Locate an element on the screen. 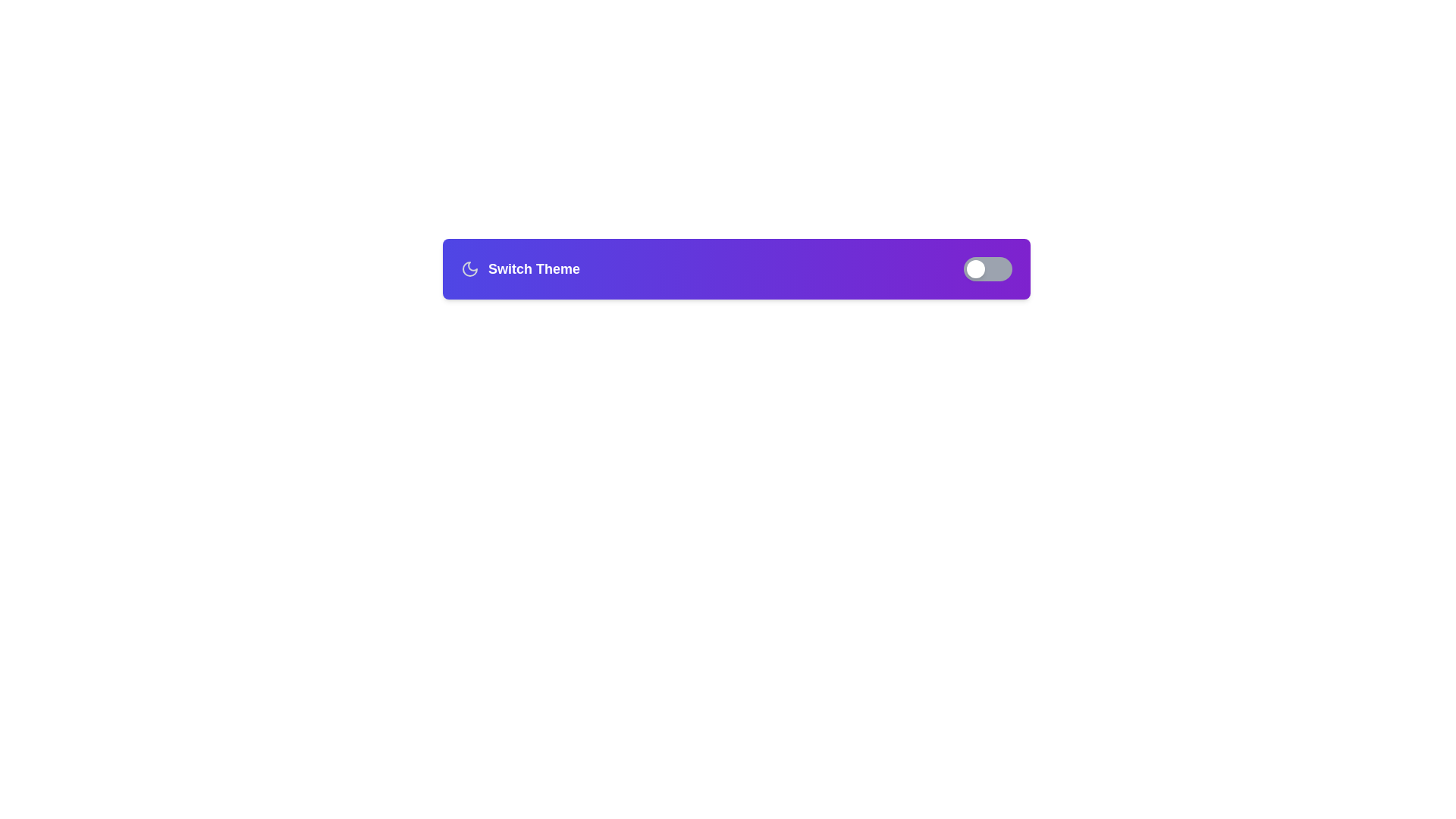 The height and width of the screenshot is (819, 1456). the toggle switch styled as a rounded rectangle with a gray background and a white circular knob is located at coordinates (987, 268).